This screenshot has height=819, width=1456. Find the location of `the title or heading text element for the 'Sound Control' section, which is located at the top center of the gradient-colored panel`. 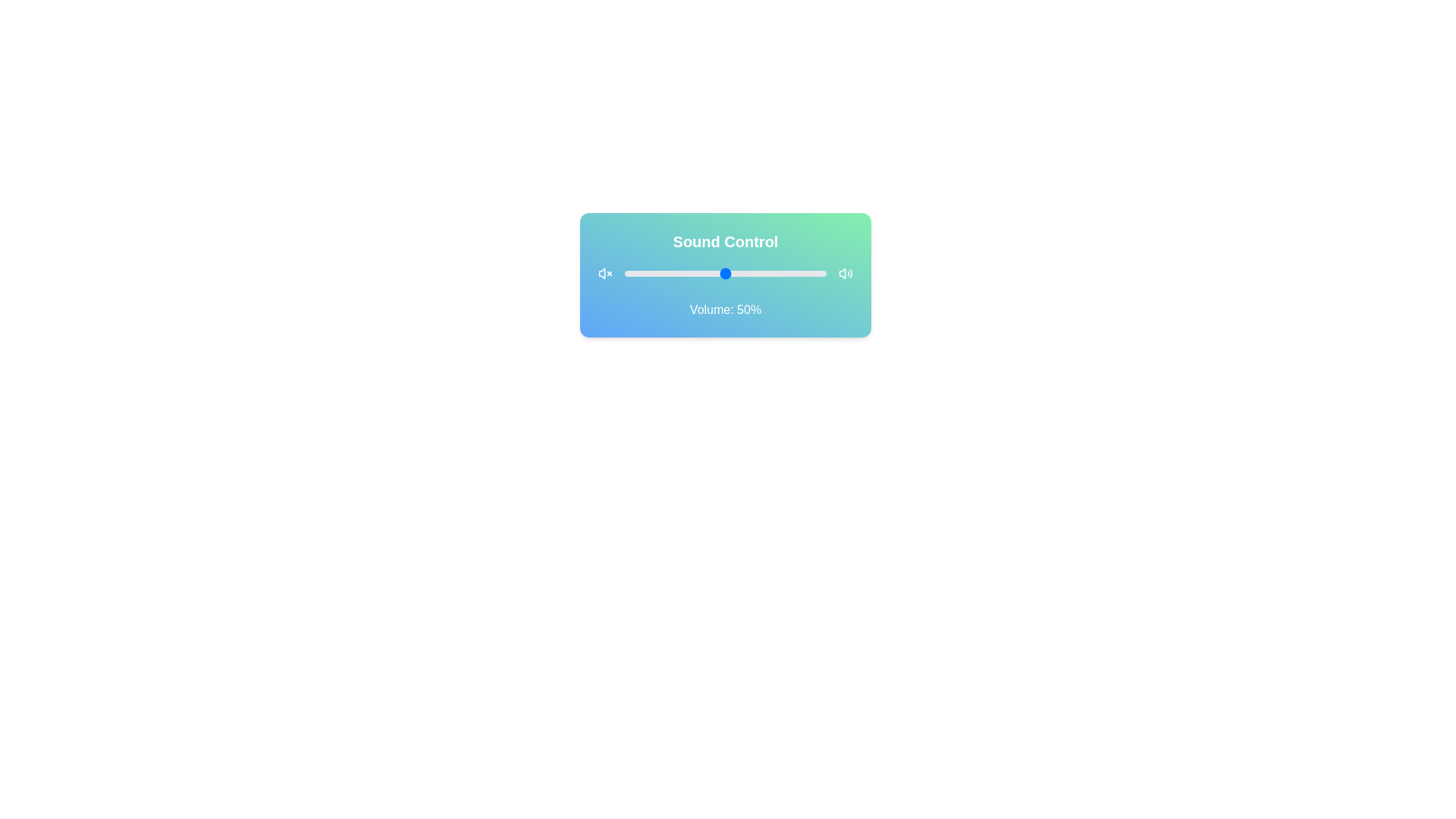

the title or heading text element for the 'Sound Control' section, which is located at the top center of the gradient-colored panel is located at coordinates (724, 241).